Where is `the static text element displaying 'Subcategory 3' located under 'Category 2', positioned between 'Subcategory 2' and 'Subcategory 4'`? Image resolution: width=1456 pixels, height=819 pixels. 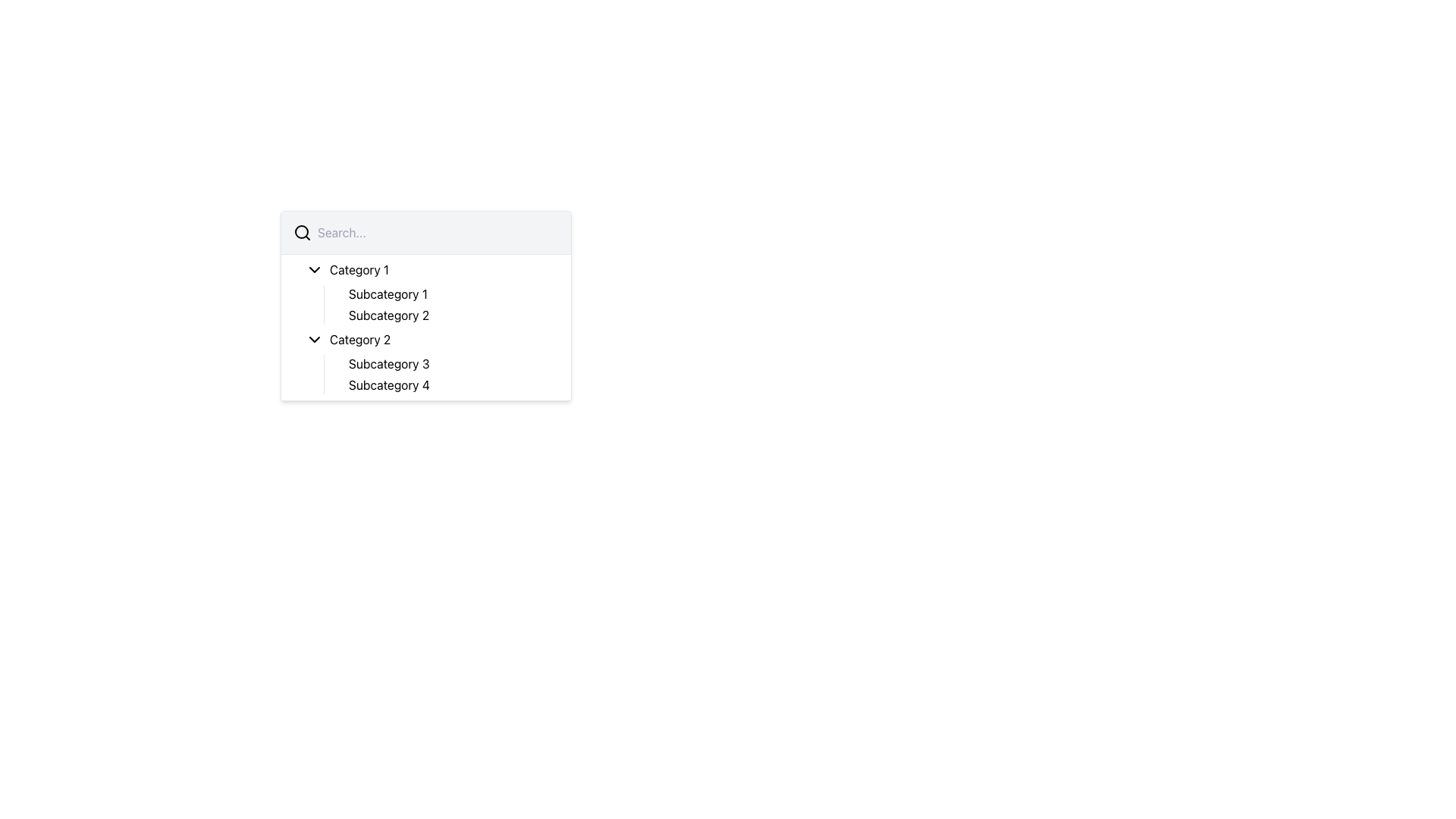
the static text element displaying 'Subcategory 3' located under 'Category 2', positioned between 'Subcategory 2' and 'Subcategory 4' is located at coordinates (389, 363).